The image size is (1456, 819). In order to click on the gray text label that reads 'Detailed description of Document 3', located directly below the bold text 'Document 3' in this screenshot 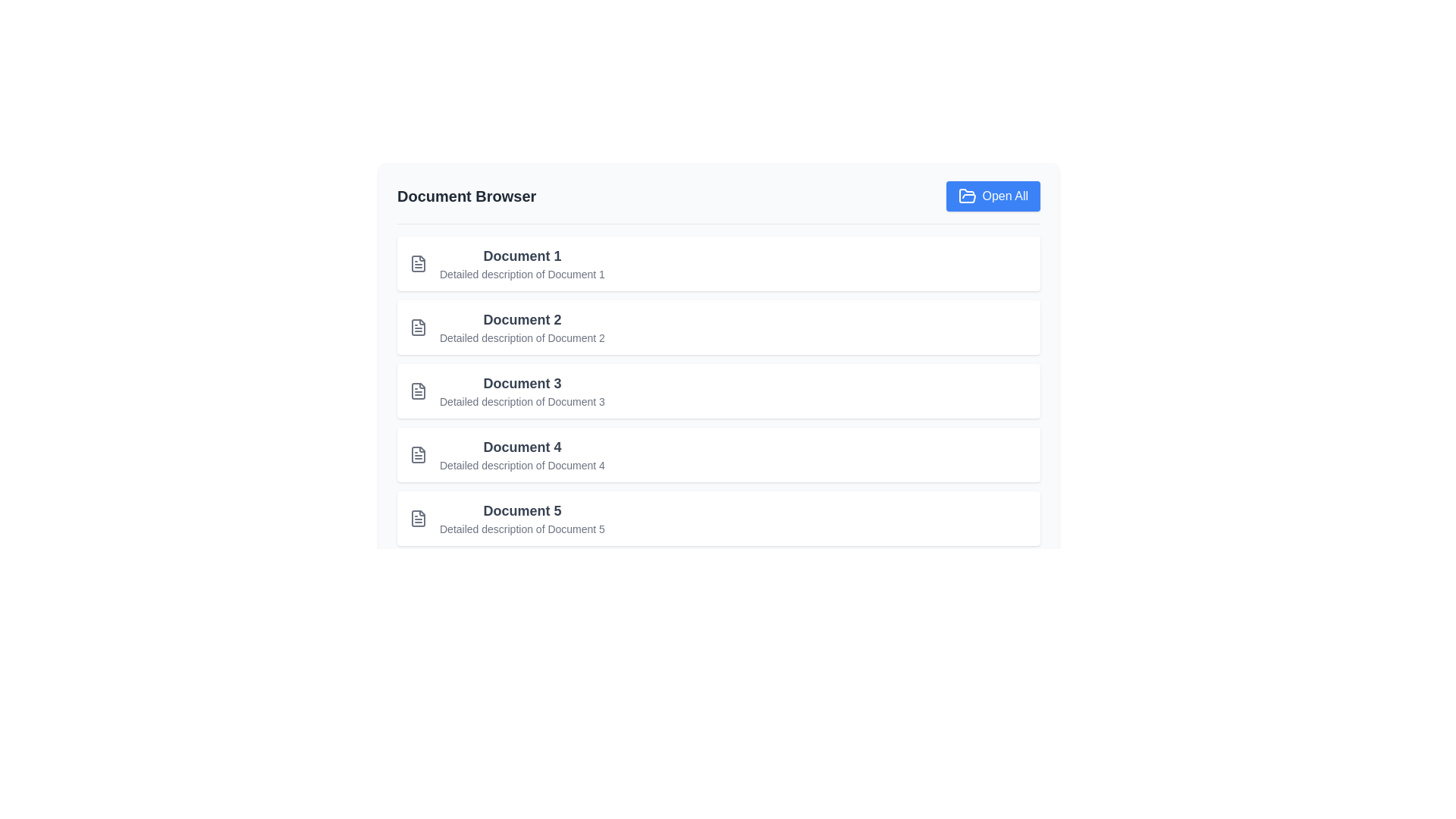, I will do `click(522, 400)`.